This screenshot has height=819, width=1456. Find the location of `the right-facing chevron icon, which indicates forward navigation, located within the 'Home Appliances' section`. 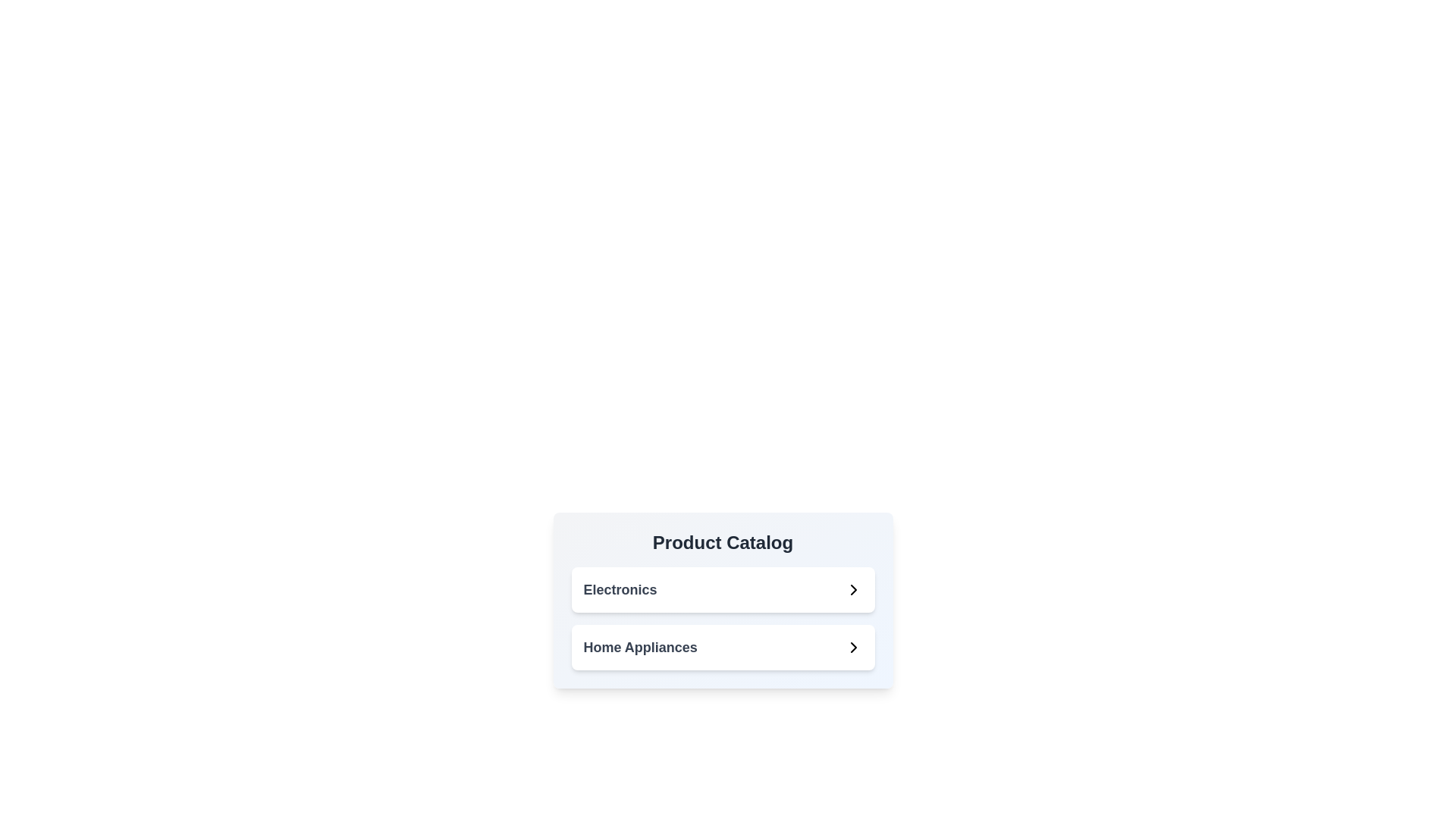

the right-facing chevron icon, which indicates forward navigation, located within the 'Home Appliances' section is located at coordinates (853, 647).